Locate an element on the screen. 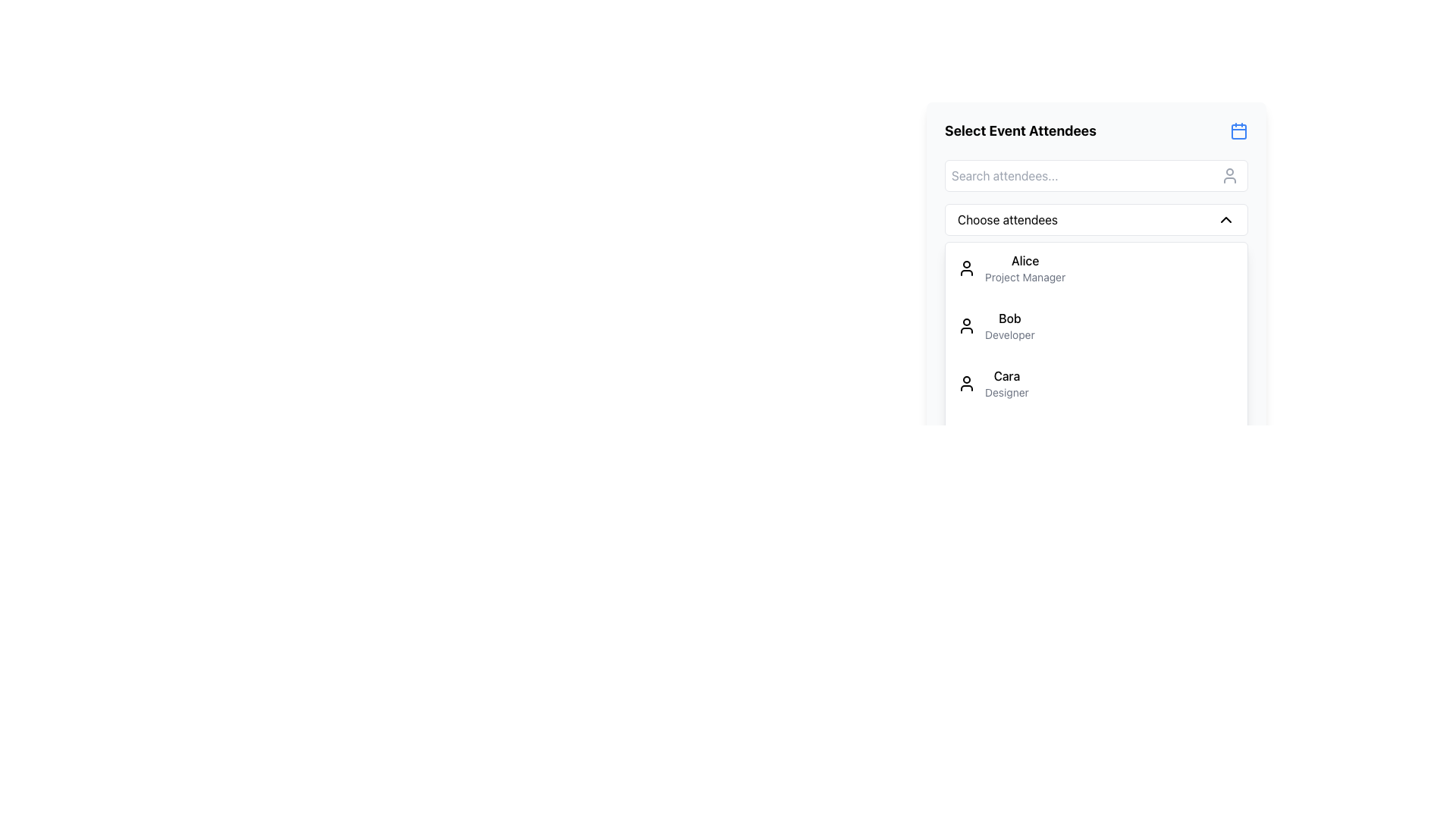  the text label displaying the name 'Alice' which is located above the designation 'Project Manager' in the attendee list is located at coordinates (1025, 259).